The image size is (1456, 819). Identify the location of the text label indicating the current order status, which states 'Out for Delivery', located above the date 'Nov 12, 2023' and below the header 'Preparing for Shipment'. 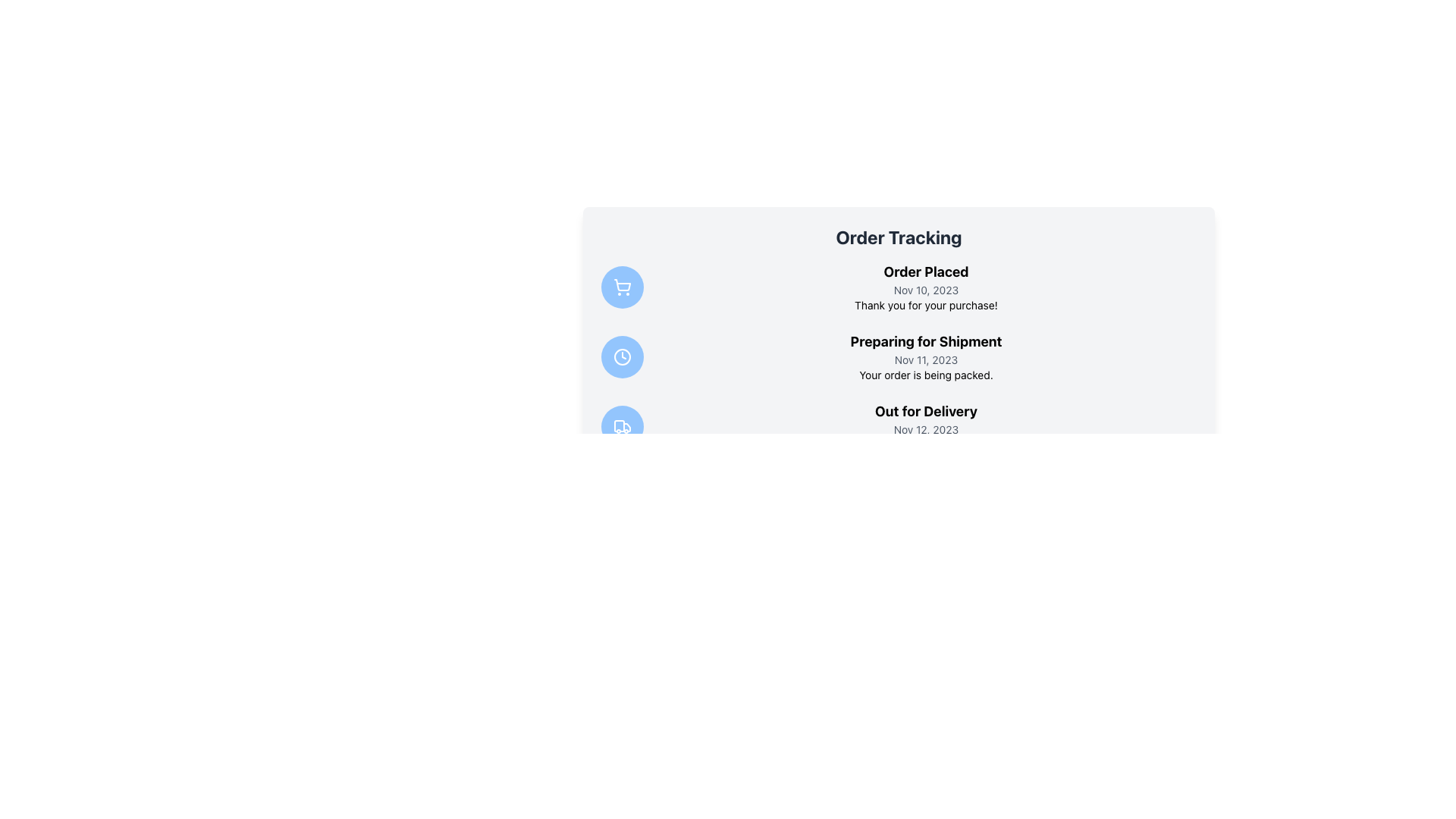
(925, 412).